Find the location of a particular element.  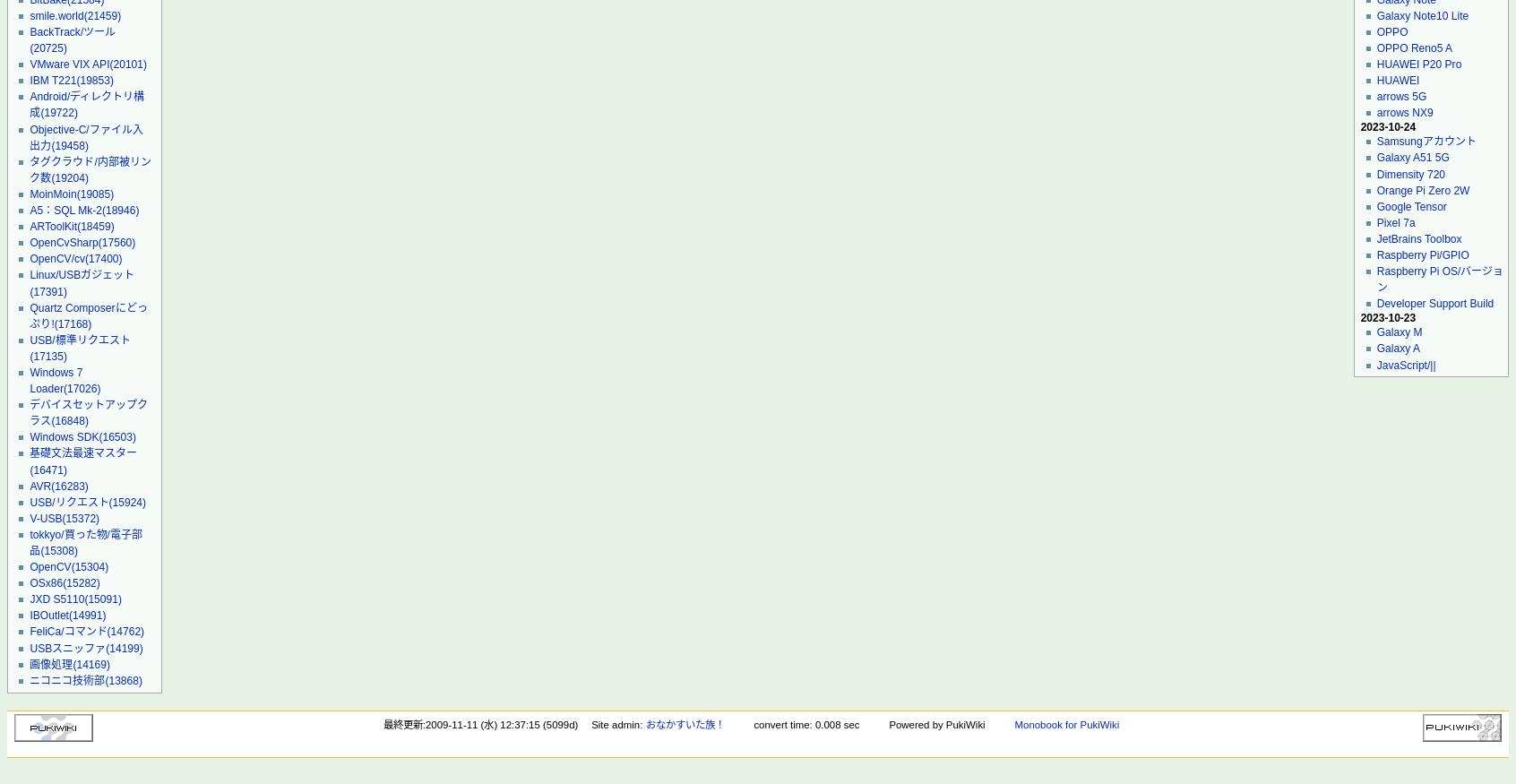

'Orange Pi Zero 2W' is located at coordinates (1375, 190).